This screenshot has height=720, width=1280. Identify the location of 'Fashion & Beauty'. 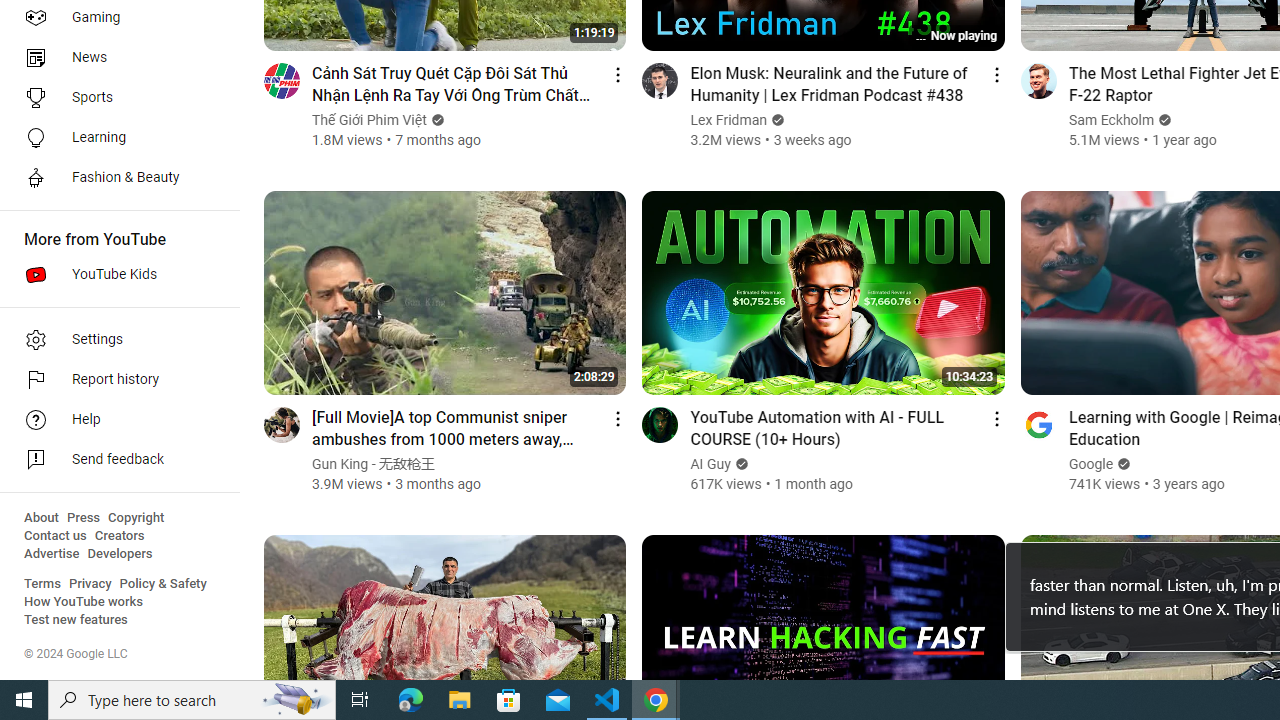
(112, 176).